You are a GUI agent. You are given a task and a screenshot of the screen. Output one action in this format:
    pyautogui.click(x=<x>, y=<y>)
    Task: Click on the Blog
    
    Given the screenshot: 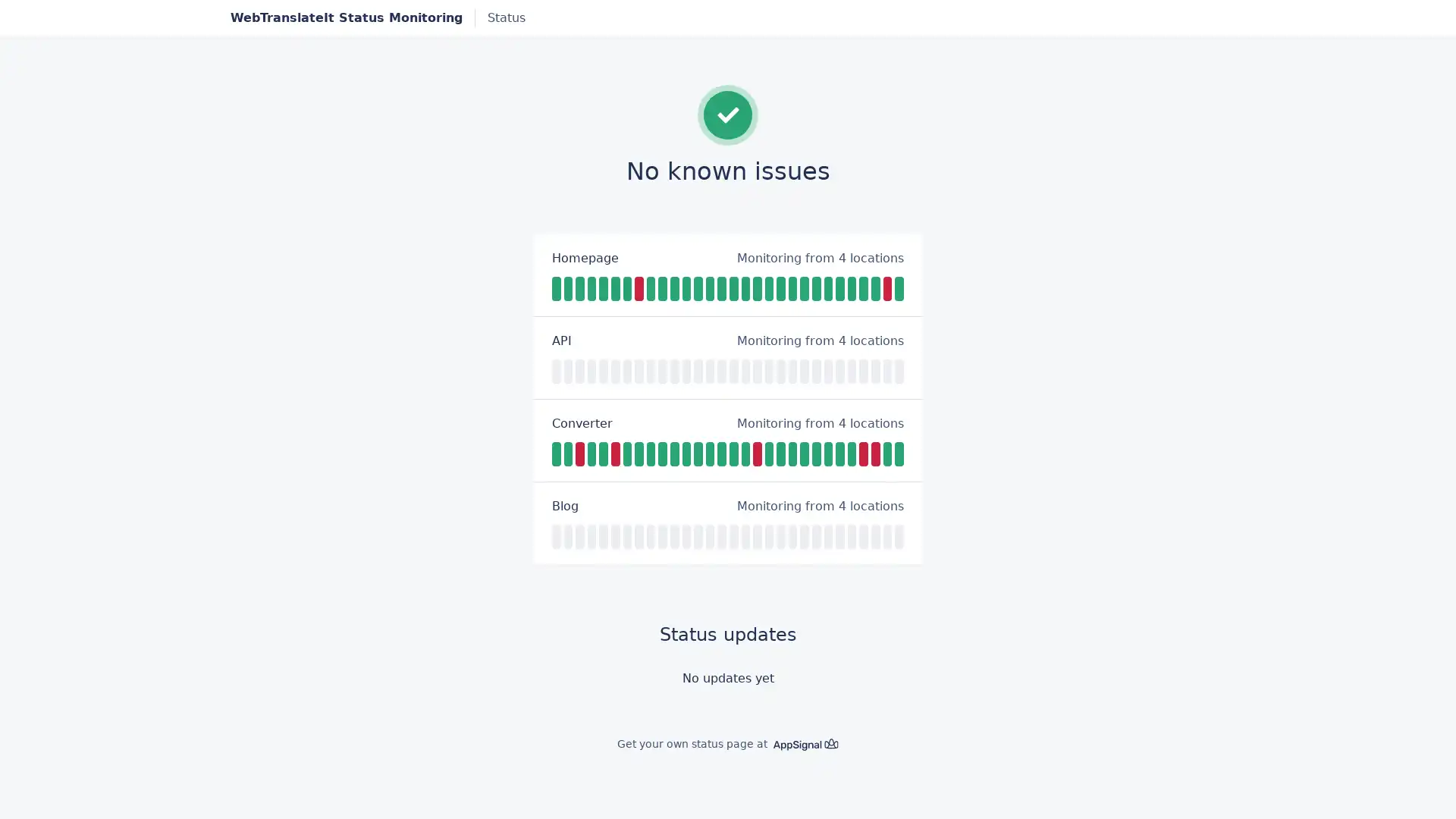 What is the action you would take?
    pyautogui.click(x=564, y=506)
    